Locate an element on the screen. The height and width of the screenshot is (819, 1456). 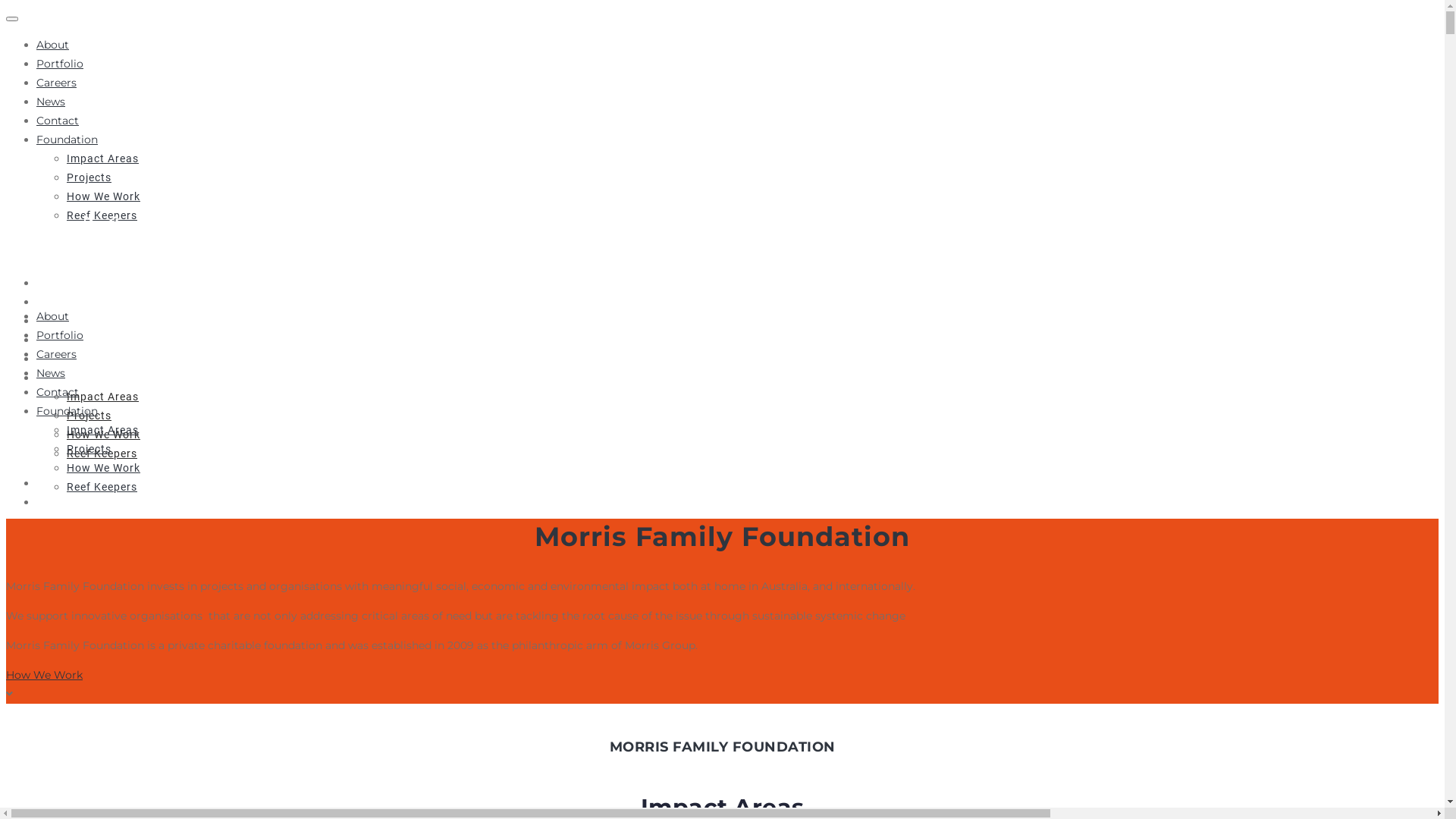
'Contact' is located at coordinates (36, 359).